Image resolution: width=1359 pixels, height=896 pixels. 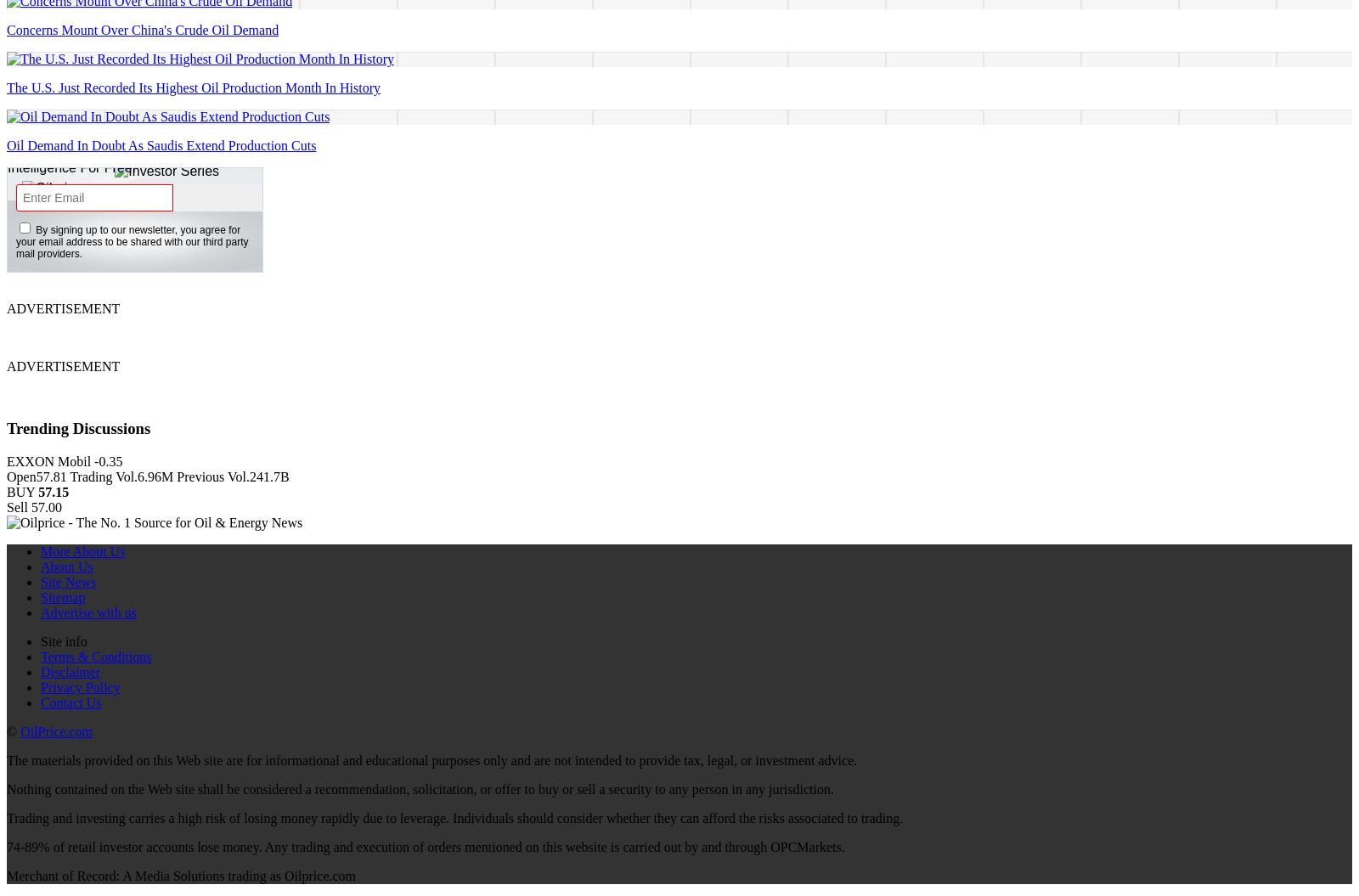 What do you see at coordinates (21, 490) in the screenshot?
I see `'BUY'` at bounding box center [21, 490].